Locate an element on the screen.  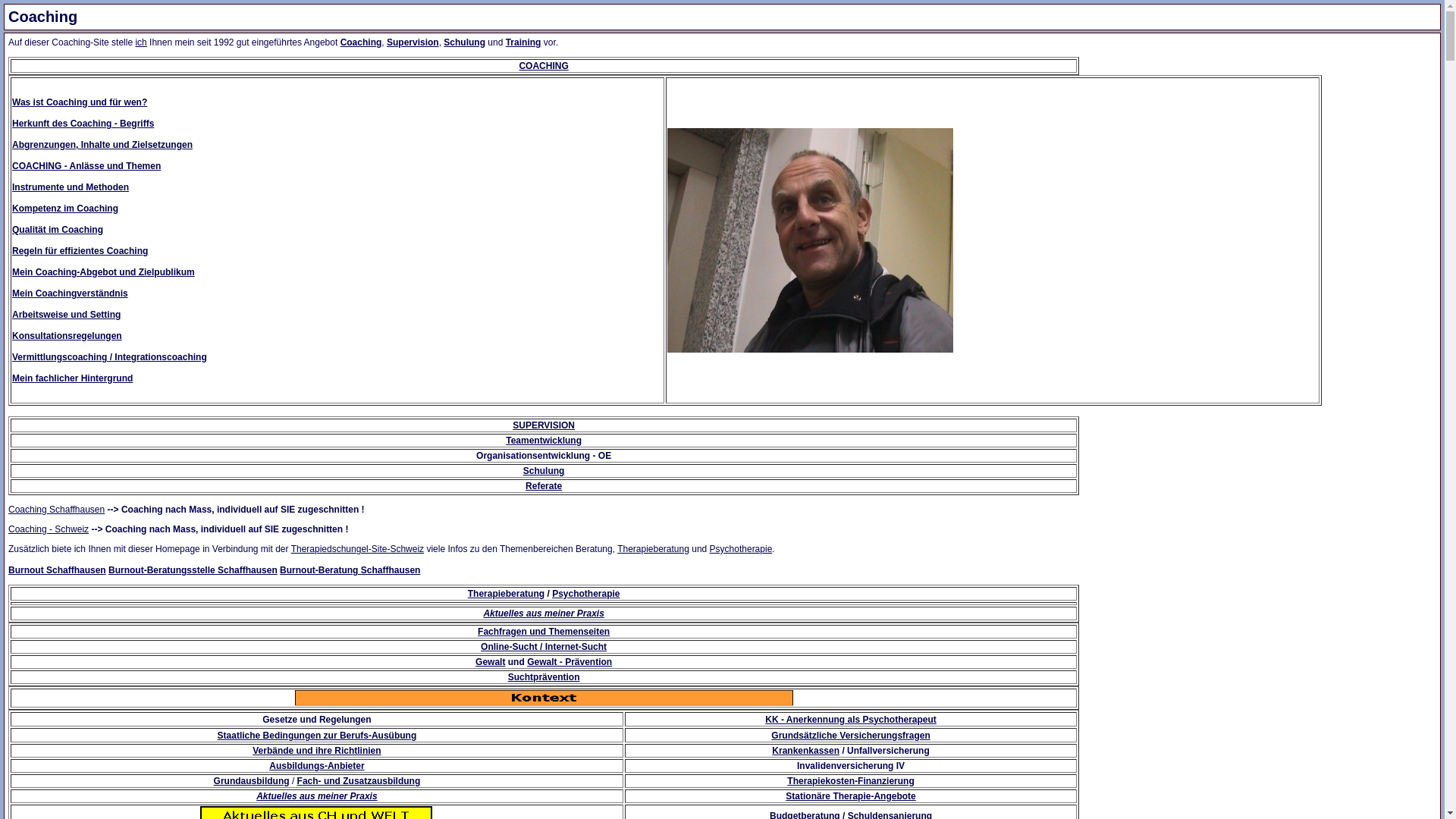
'Abgrenzungen, Inhalte und Zielsetzungen' is located at coordinates (101, 145).